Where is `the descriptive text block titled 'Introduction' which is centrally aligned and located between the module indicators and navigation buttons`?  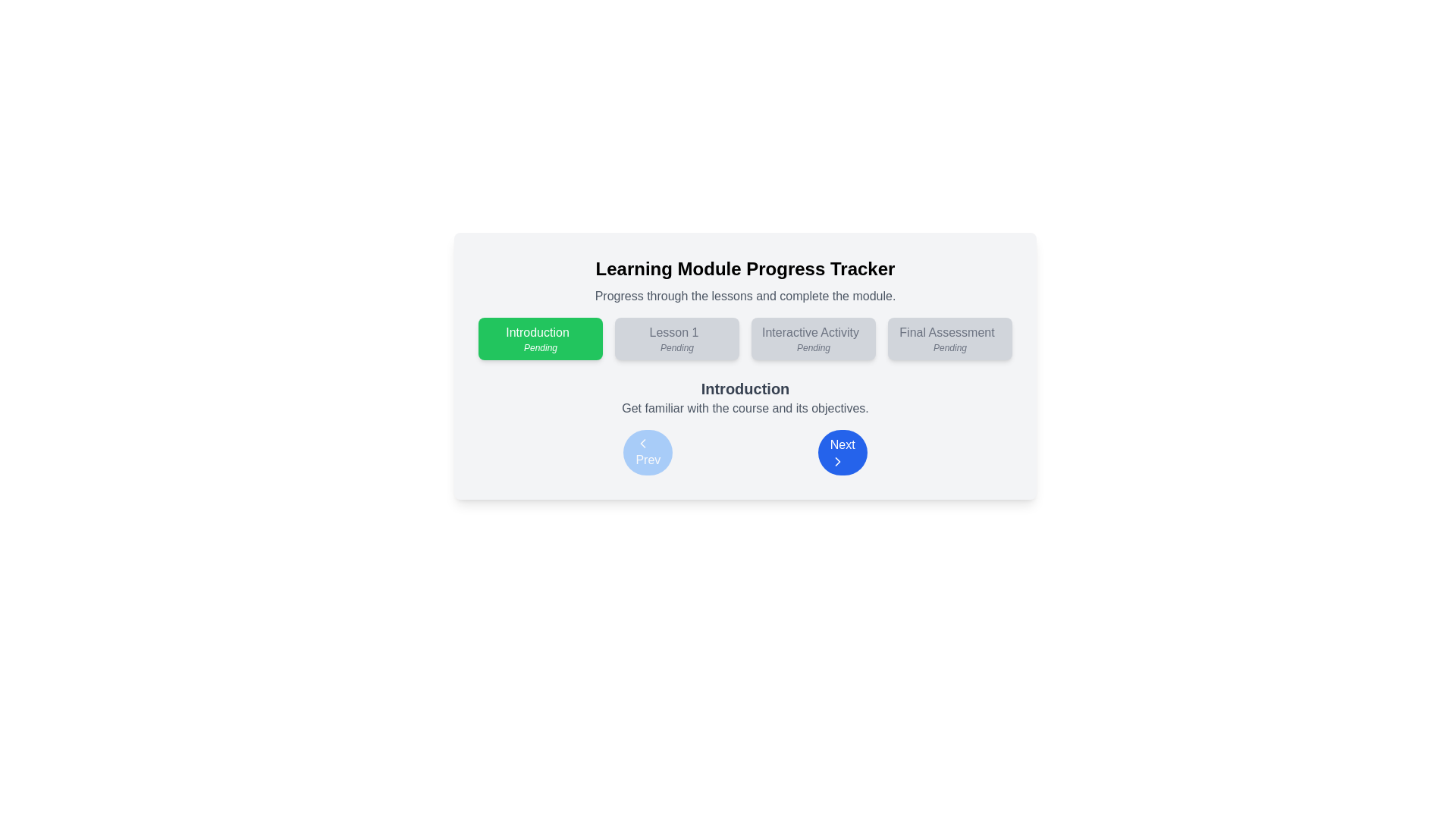
the descriptive text block titled 'Introduction' which is centrally aligned and located between the module indicators and navigation buttons is located at coordinates (745, 397).